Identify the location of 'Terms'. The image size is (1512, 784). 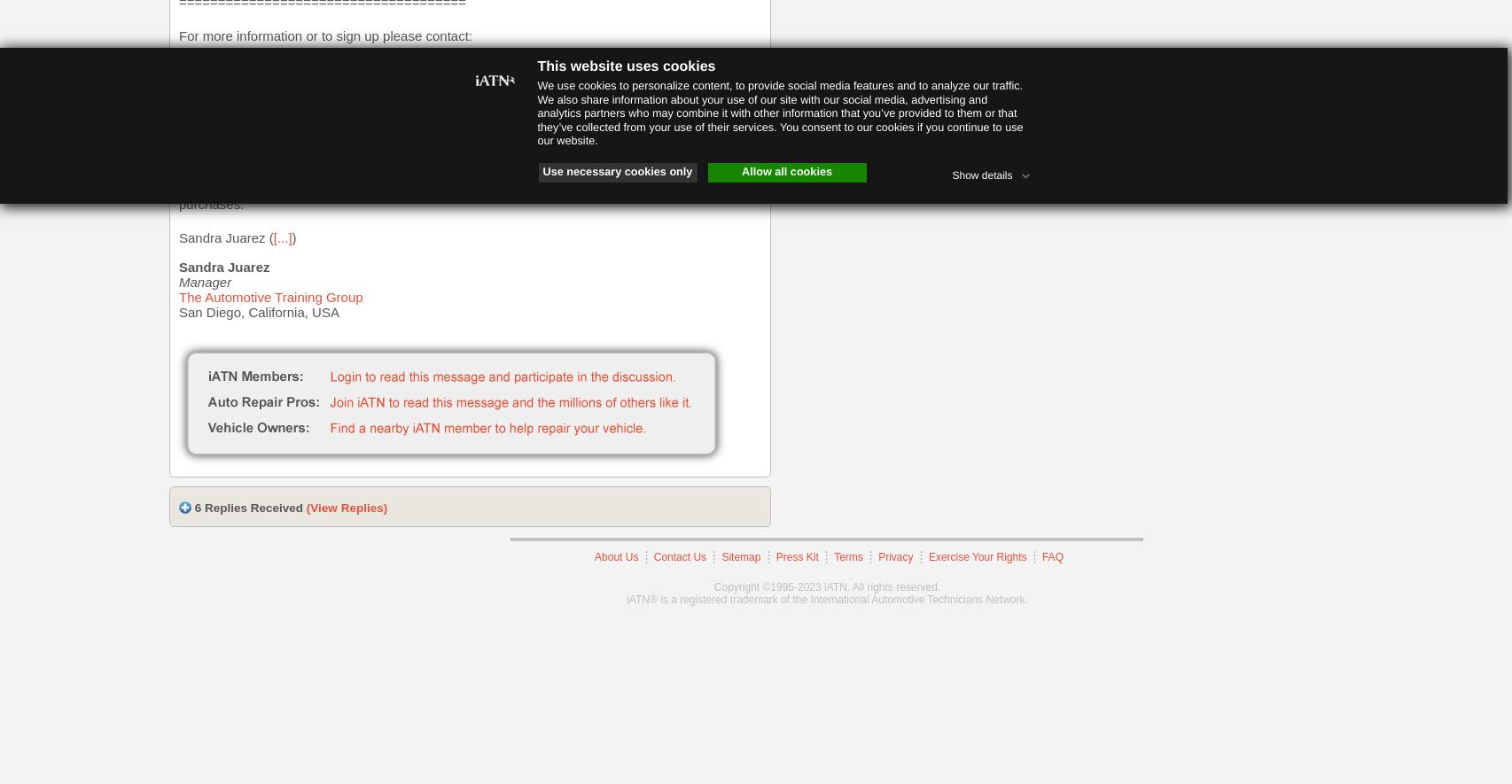
(834, 555).